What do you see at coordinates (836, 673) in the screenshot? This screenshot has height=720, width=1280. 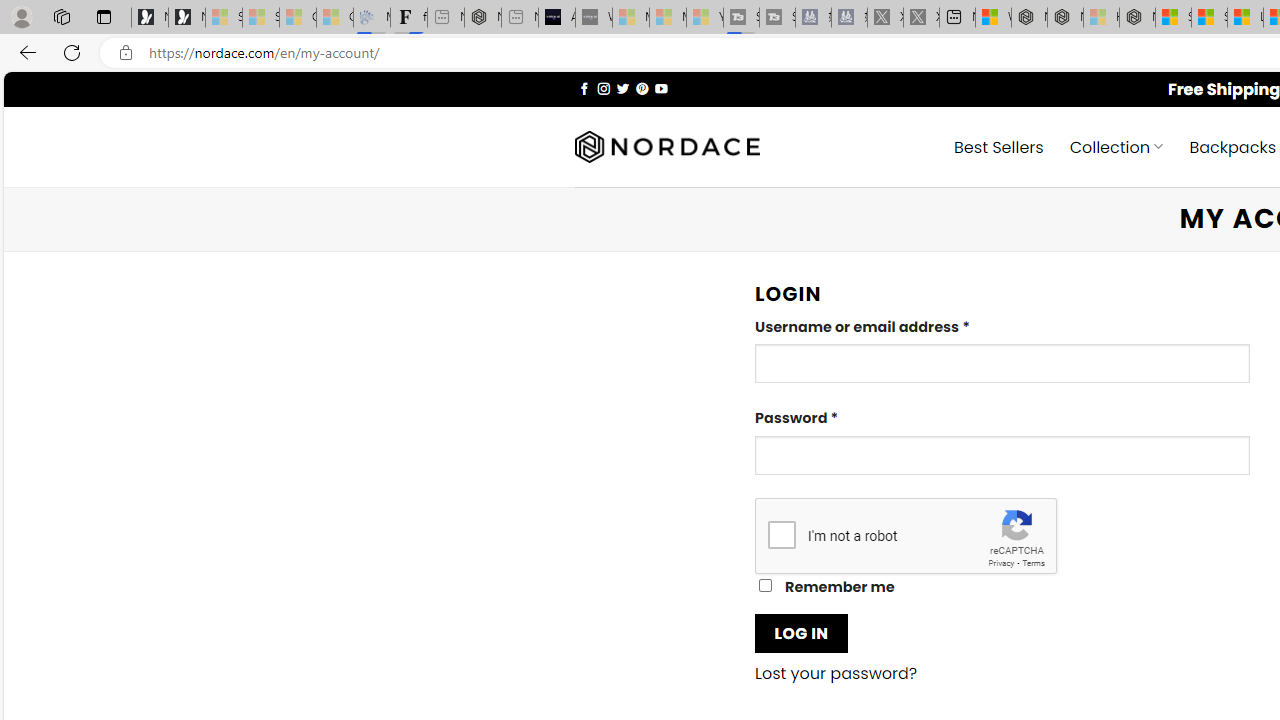 I see `'Lost your password?'` at bounding box center [836, 673].